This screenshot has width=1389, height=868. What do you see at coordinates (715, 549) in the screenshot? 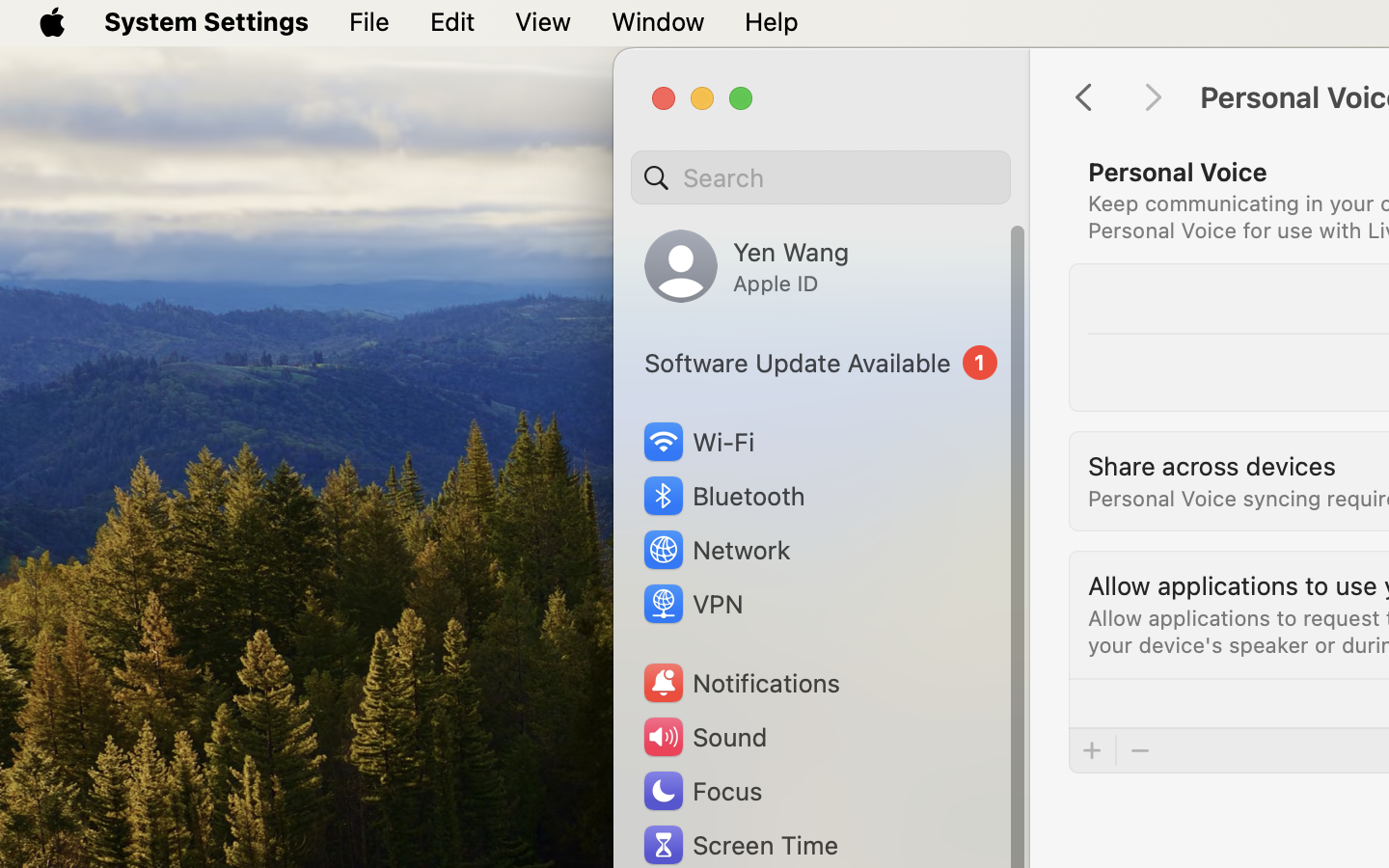
I see `'Network'` at bounding box center [715, 549].